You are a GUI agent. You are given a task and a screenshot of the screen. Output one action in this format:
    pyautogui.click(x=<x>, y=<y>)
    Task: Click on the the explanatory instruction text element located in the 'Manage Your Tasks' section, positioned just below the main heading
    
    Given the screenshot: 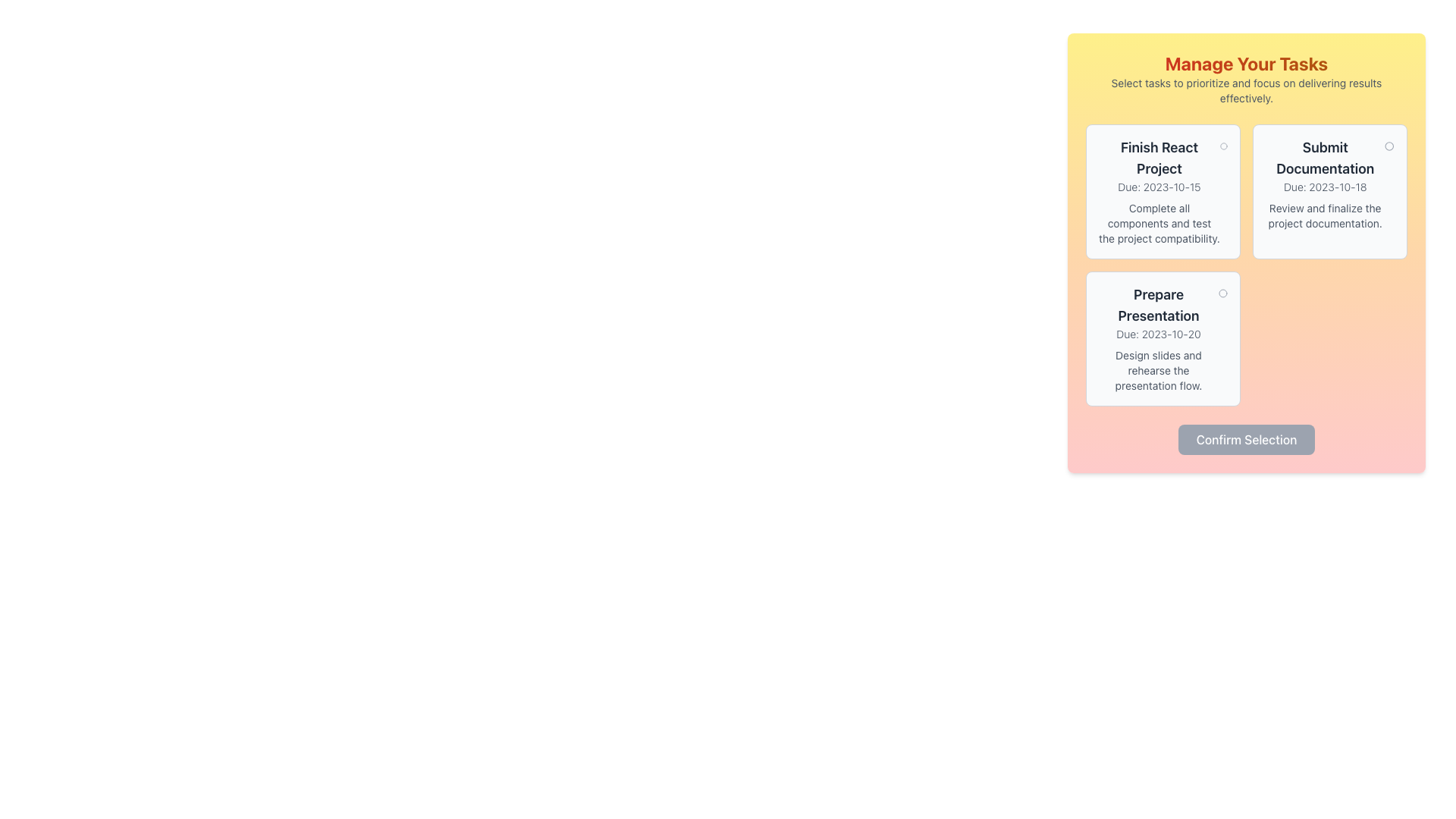 What is the action you would take?
    pyautogui.click(x=1246, y=90)
    